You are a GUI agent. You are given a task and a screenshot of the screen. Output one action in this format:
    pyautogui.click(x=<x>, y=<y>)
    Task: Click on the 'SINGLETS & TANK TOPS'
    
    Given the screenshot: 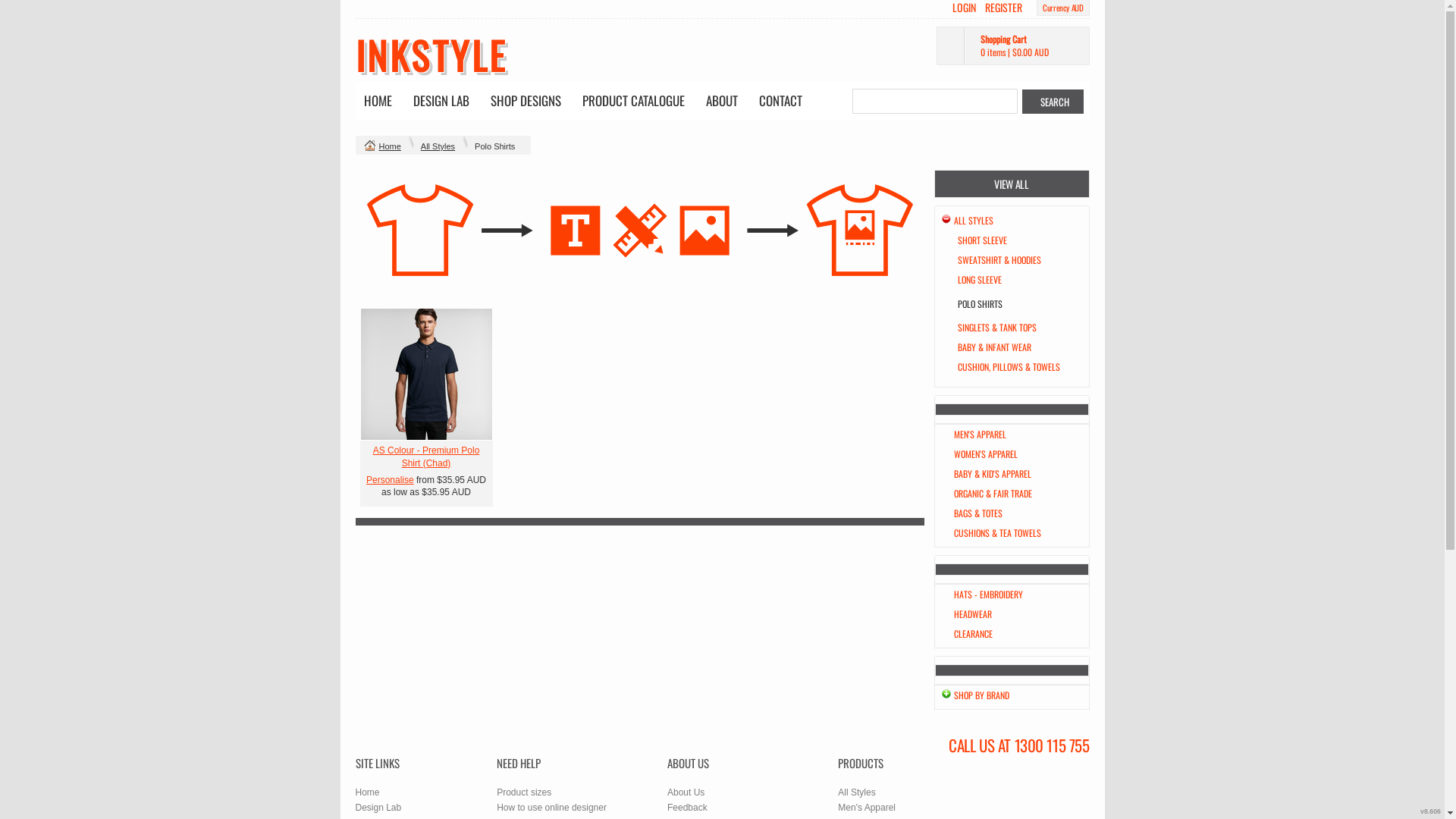 What is the action you would take?
    pyautogui.click(x=996, y=326)
    